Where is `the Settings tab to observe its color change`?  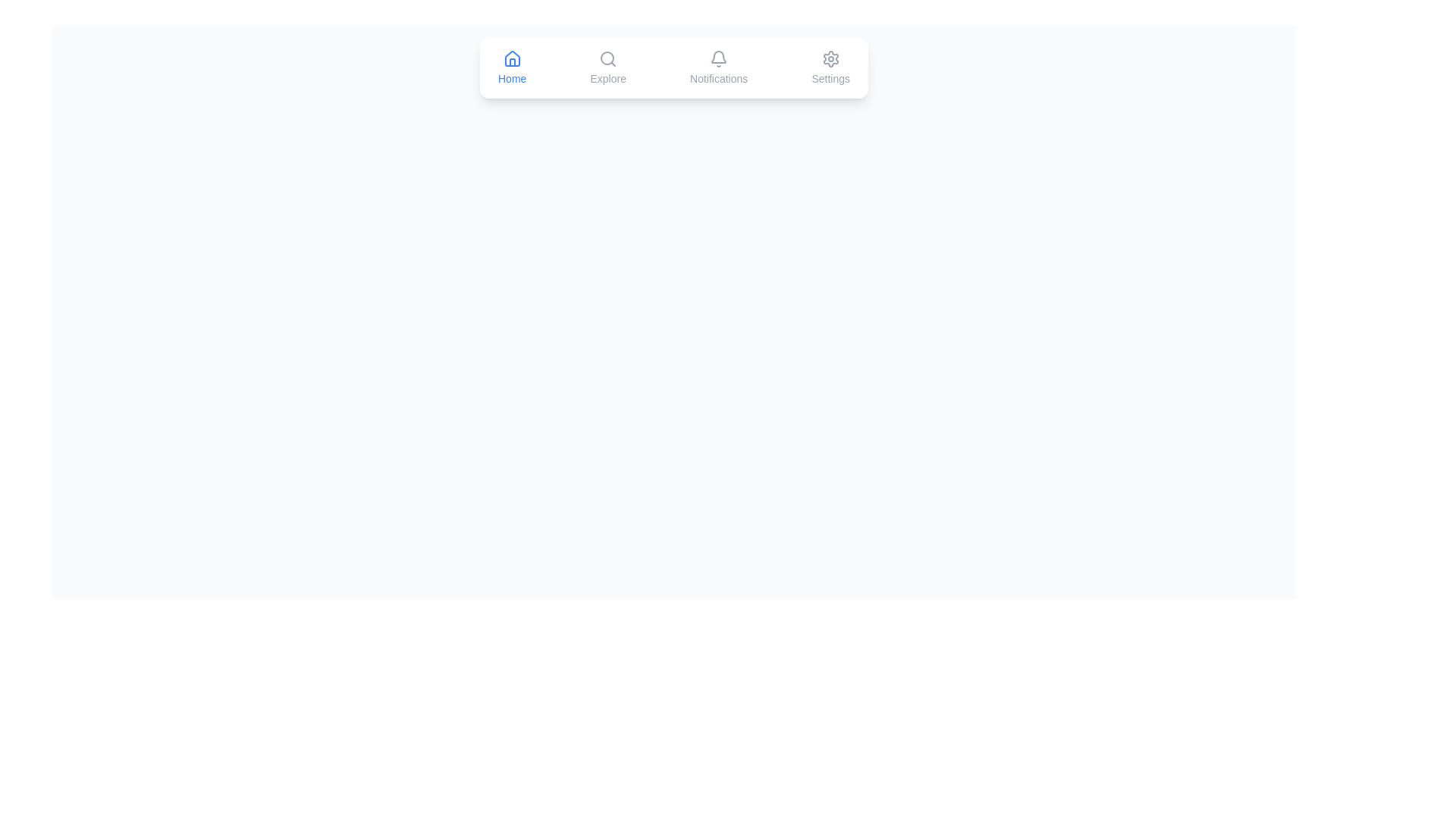 the Settings tab to observe its color change is located at coordinates (830, 67).